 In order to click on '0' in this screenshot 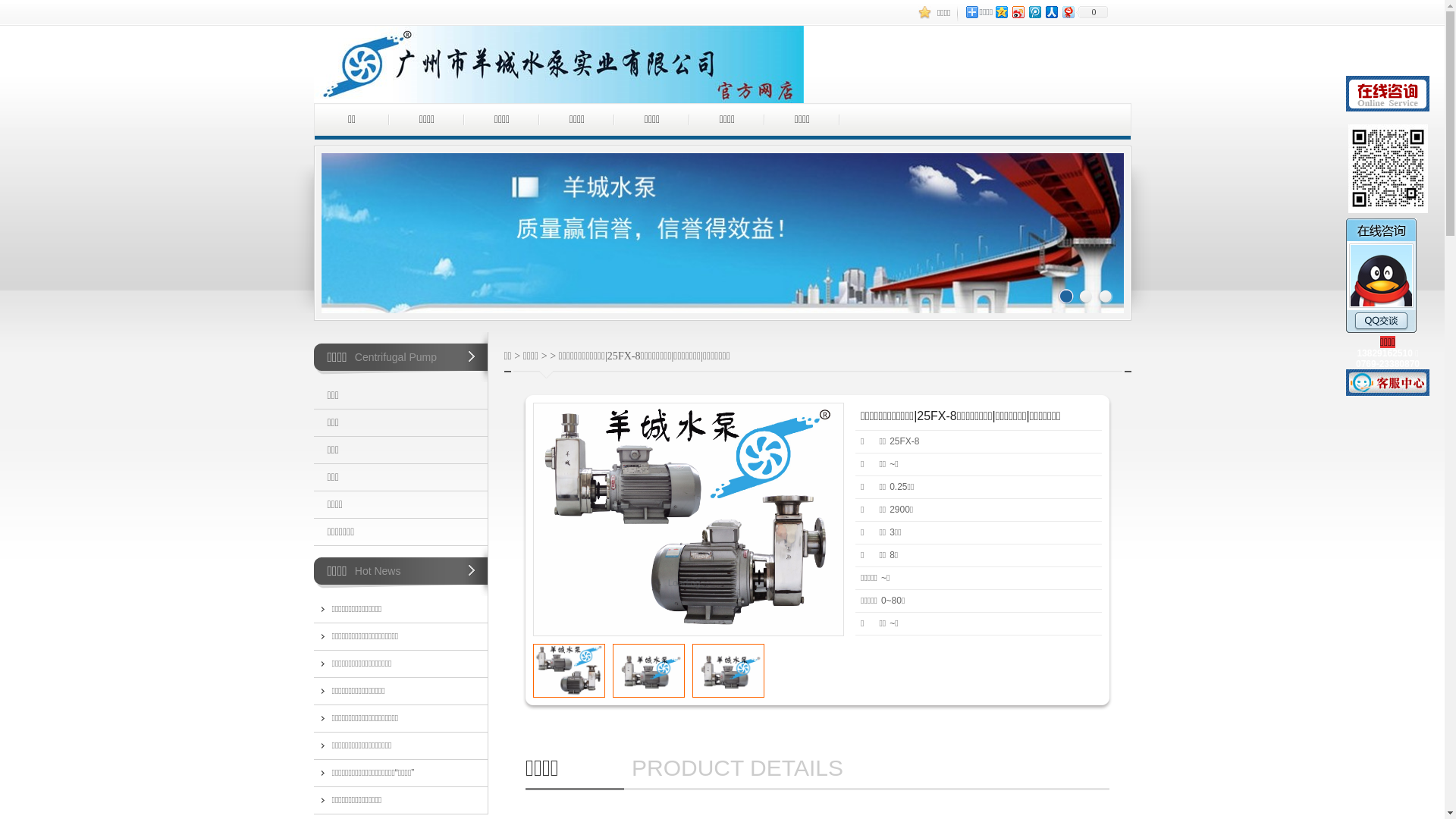, I will do `click(1092, 11)`.